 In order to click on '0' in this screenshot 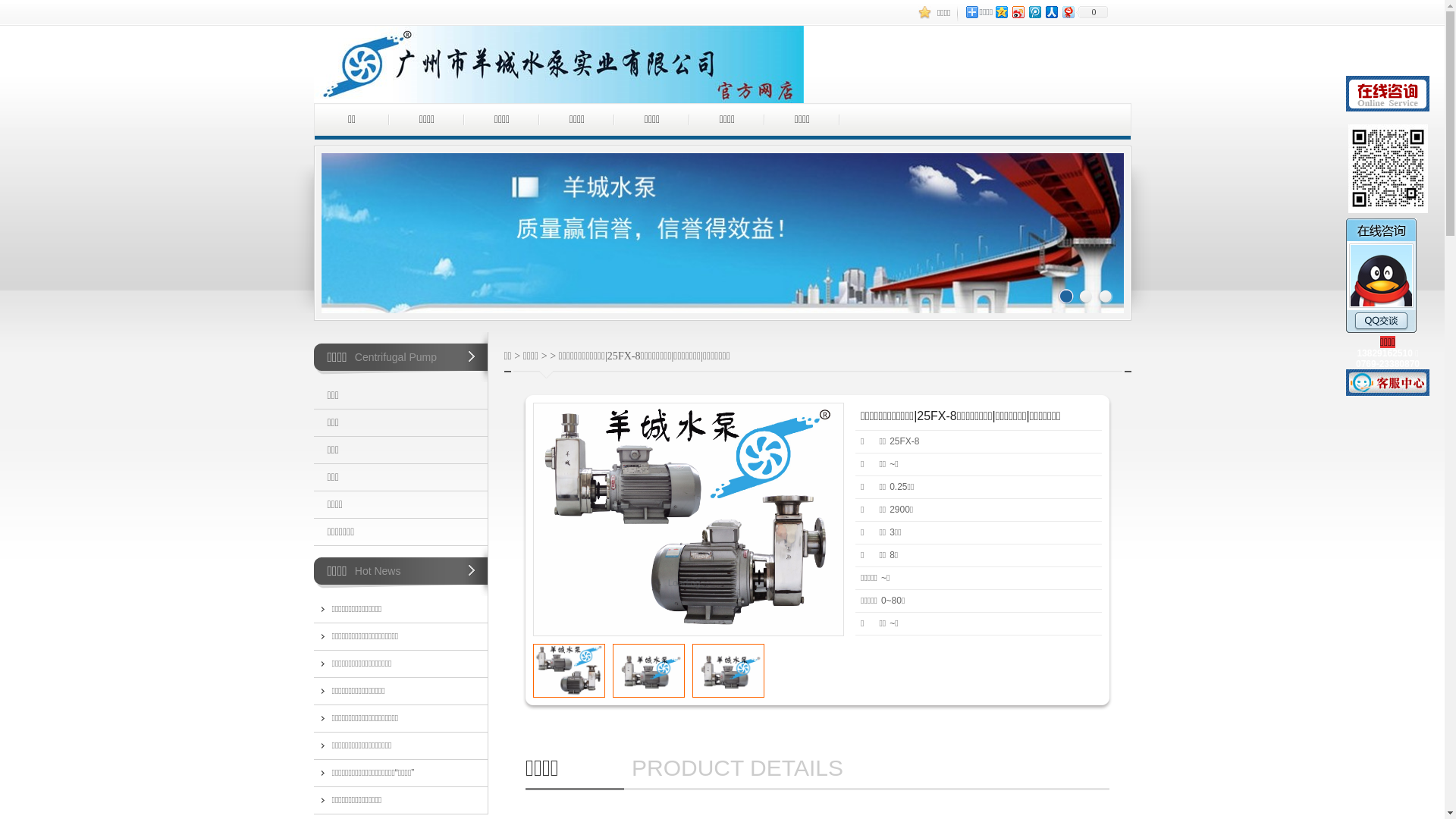, I will do `click(1092, 11)`.